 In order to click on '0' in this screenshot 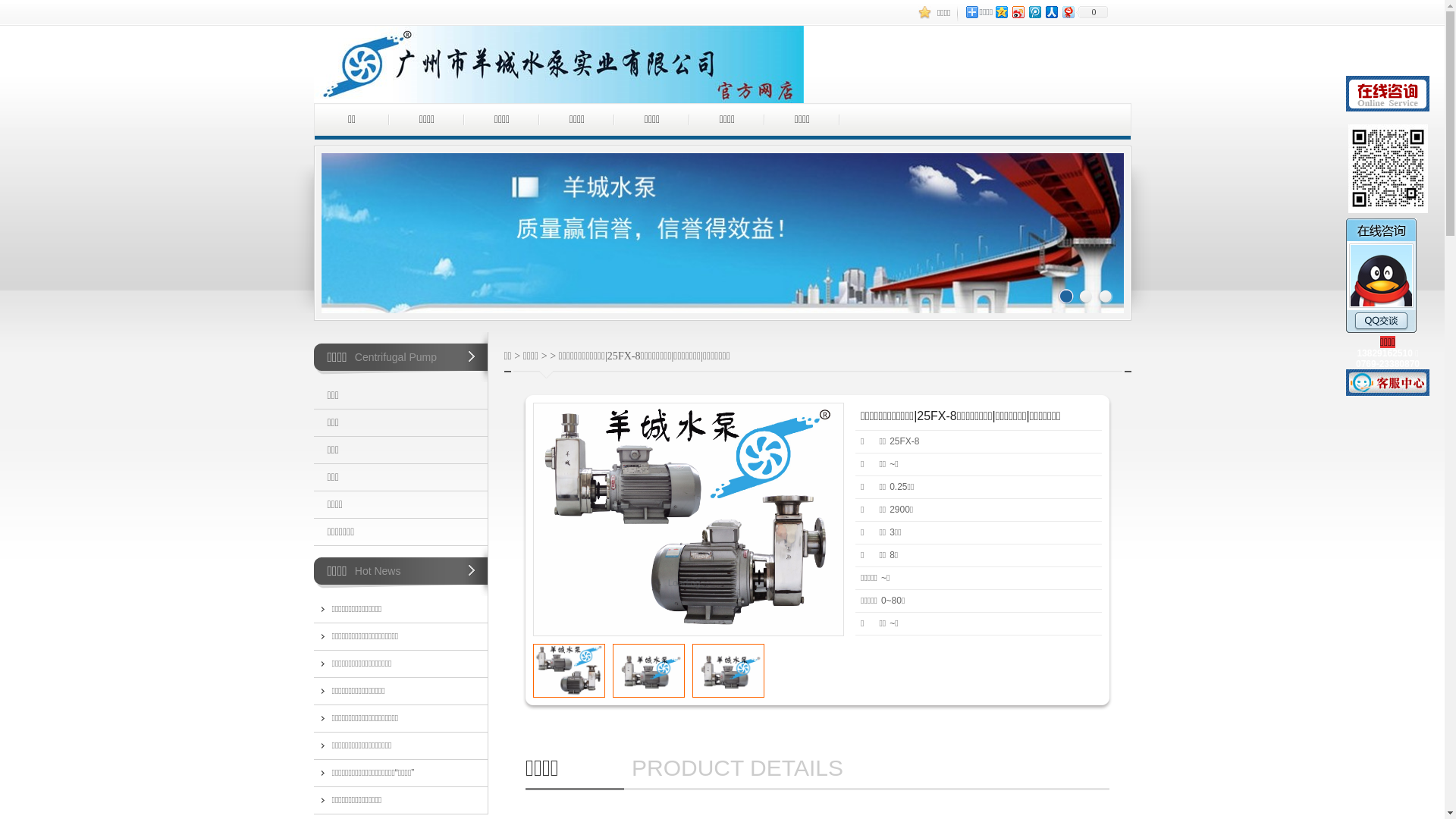, I will do `click(1092, 11)`.